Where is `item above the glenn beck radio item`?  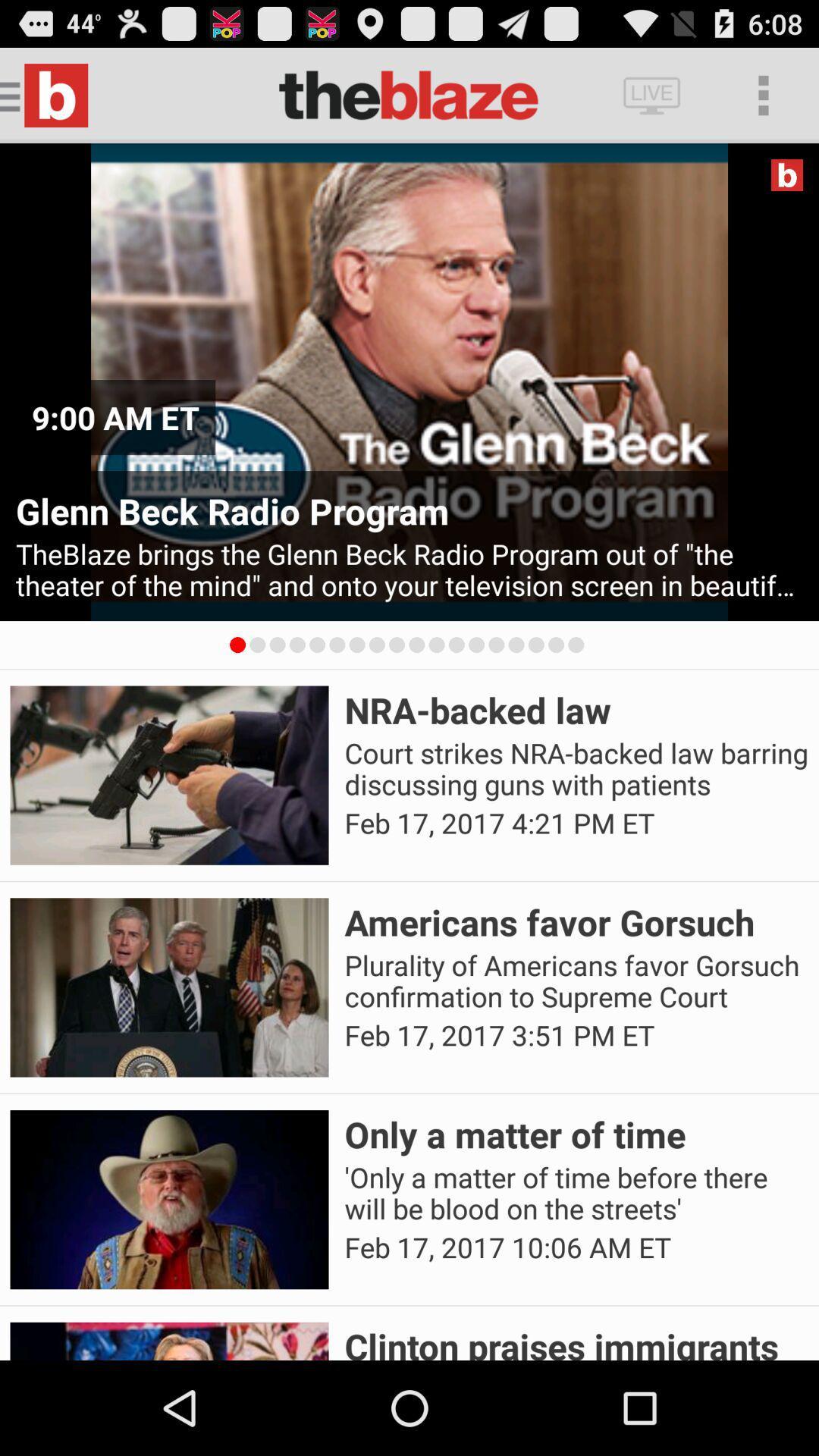
item above the glenn beck radio item is located at coordinates (115, 417).